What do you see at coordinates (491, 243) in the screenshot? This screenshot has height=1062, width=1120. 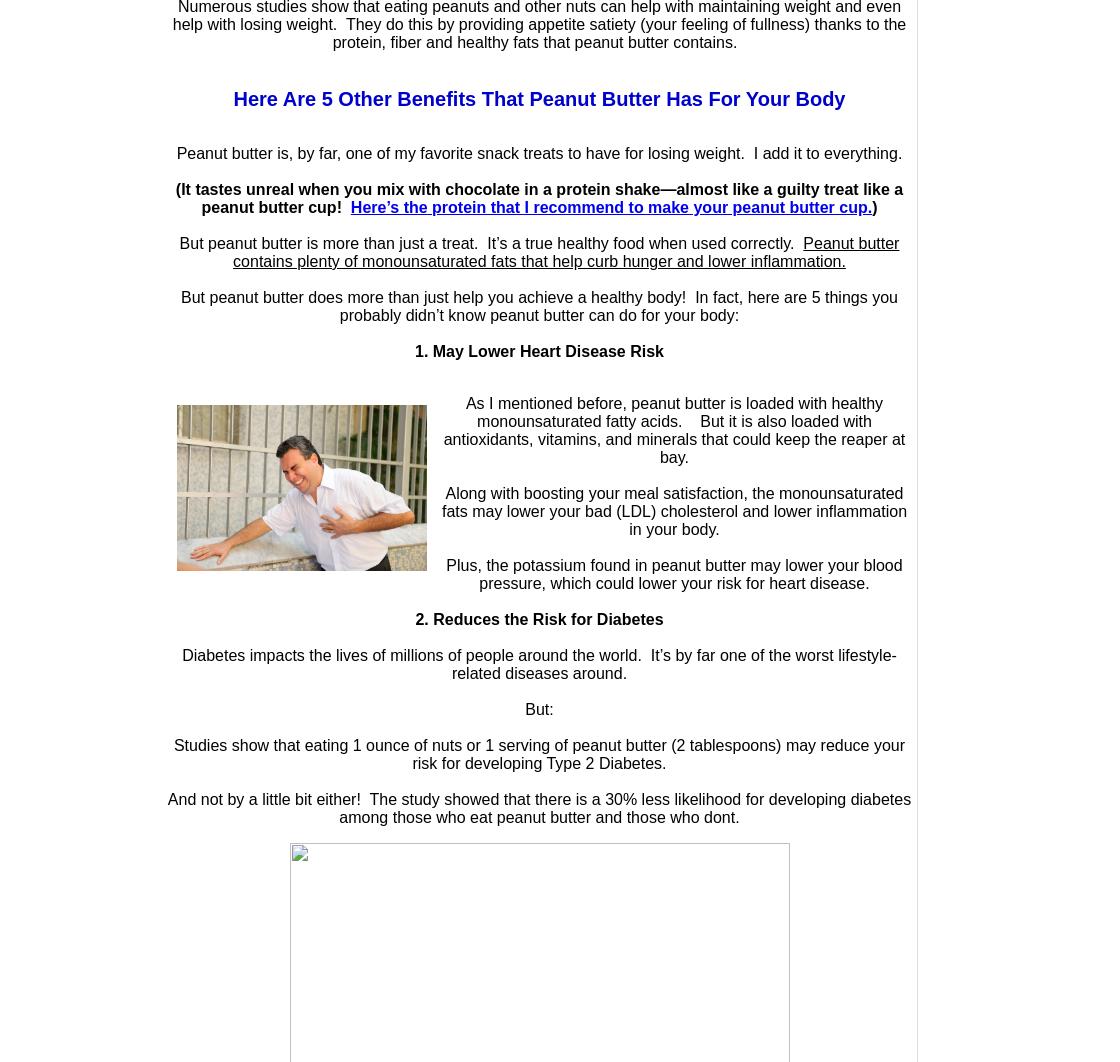 I see `'But peanut butter is more than just a treat.  It’s a true healthy food when used correctly.'` at bounding box center [491, 243].